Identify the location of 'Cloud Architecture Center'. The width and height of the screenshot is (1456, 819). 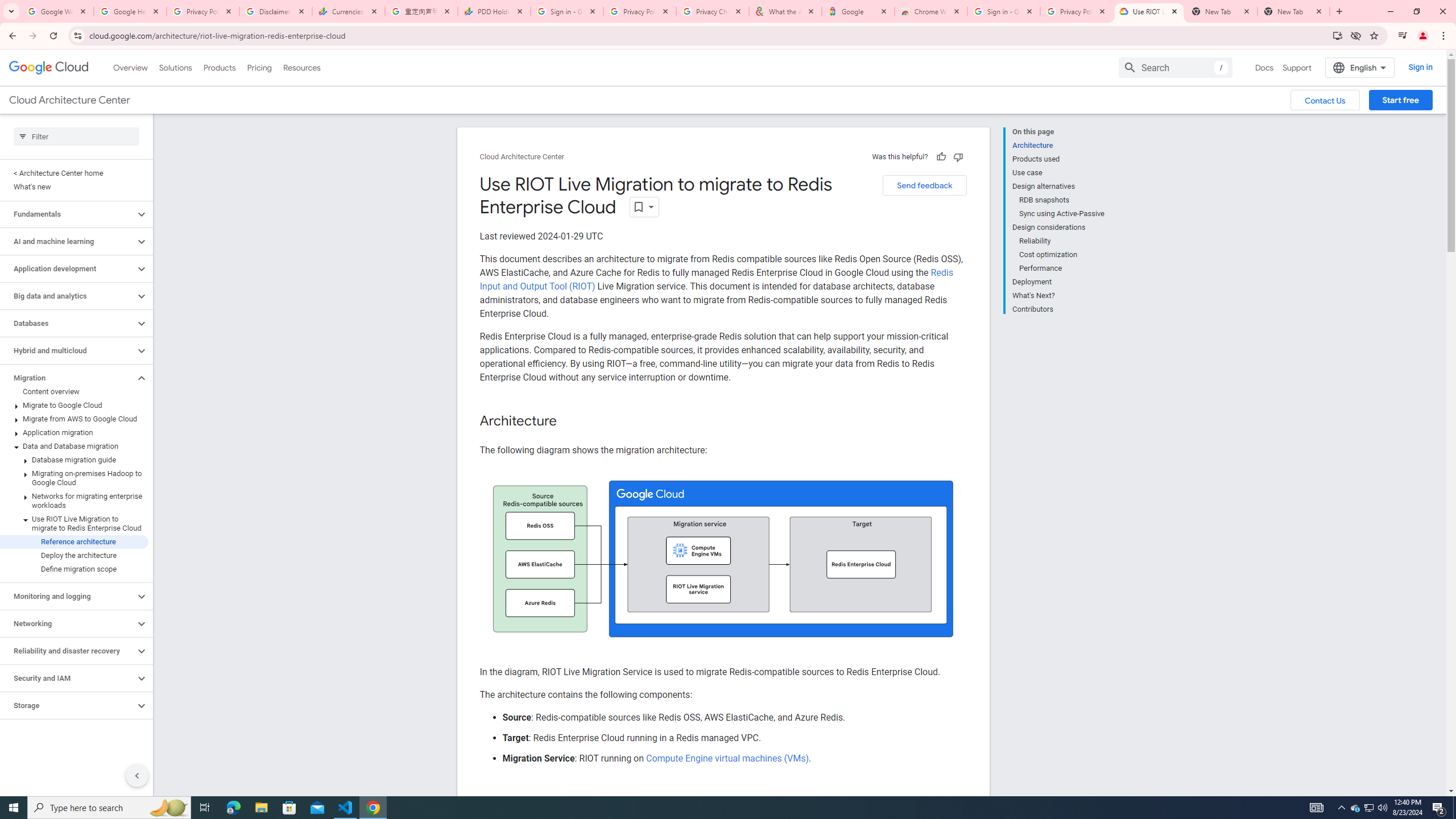
(522, 156).